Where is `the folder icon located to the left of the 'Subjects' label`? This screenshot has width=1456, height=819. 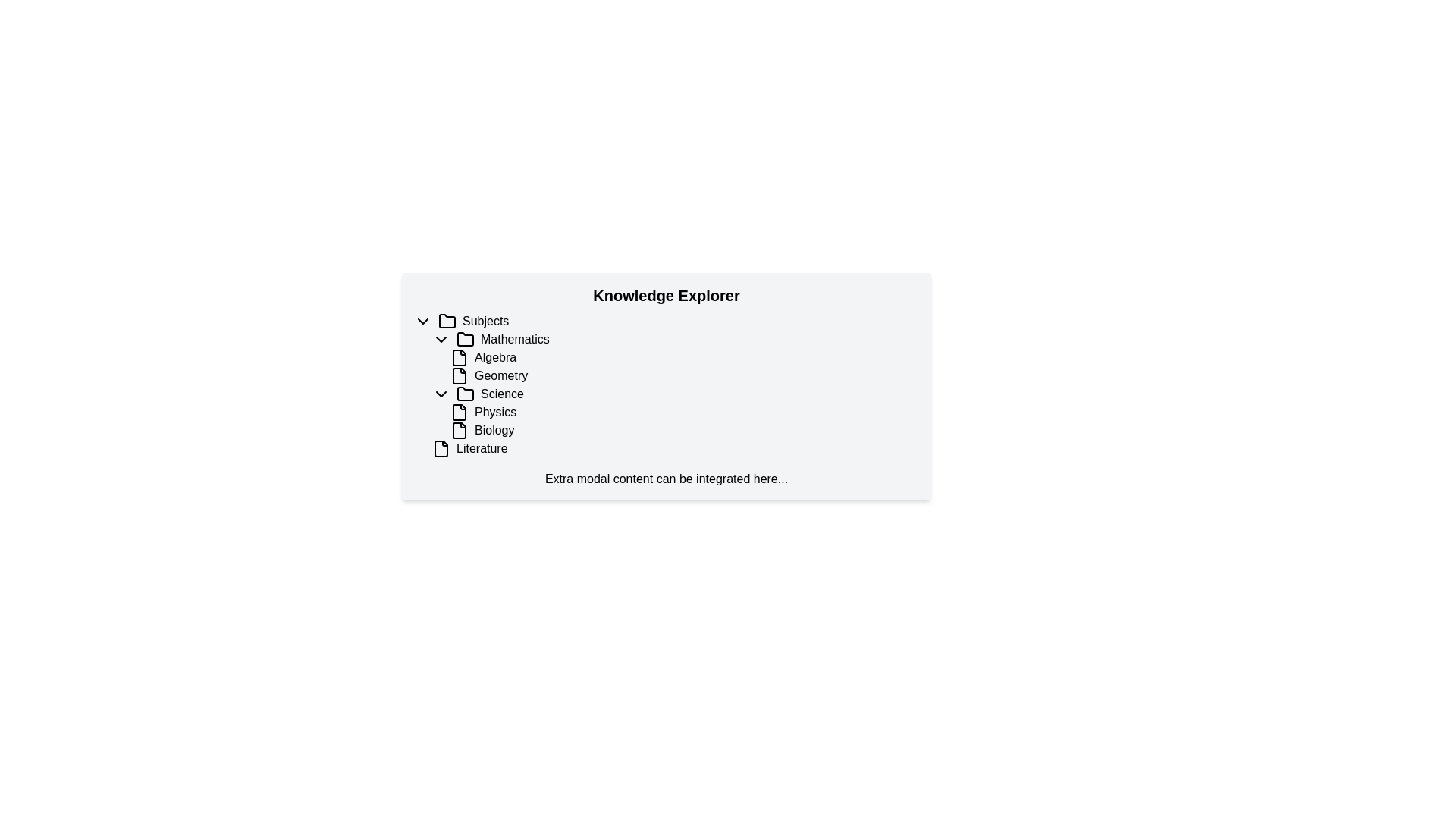
the folder icon located to the left of the 'Subjects' label is located at coordinates (447, 321).